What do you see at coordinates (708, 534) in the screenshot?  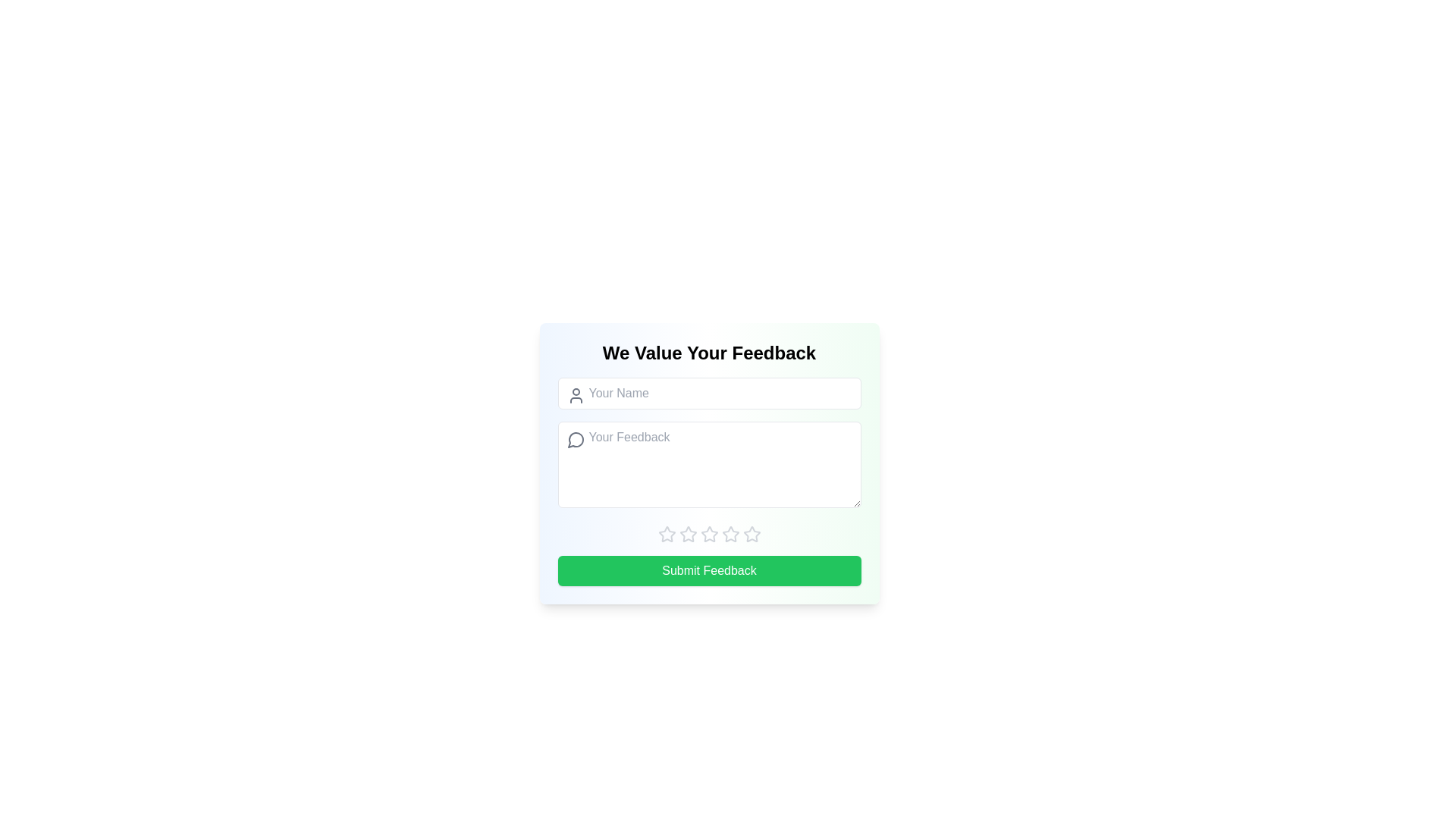 I see `the fourth star icon in the horizontal sequence of rating stars at the center-bottom of the feedback form to provide a rating` at bounding box center [708, 534].